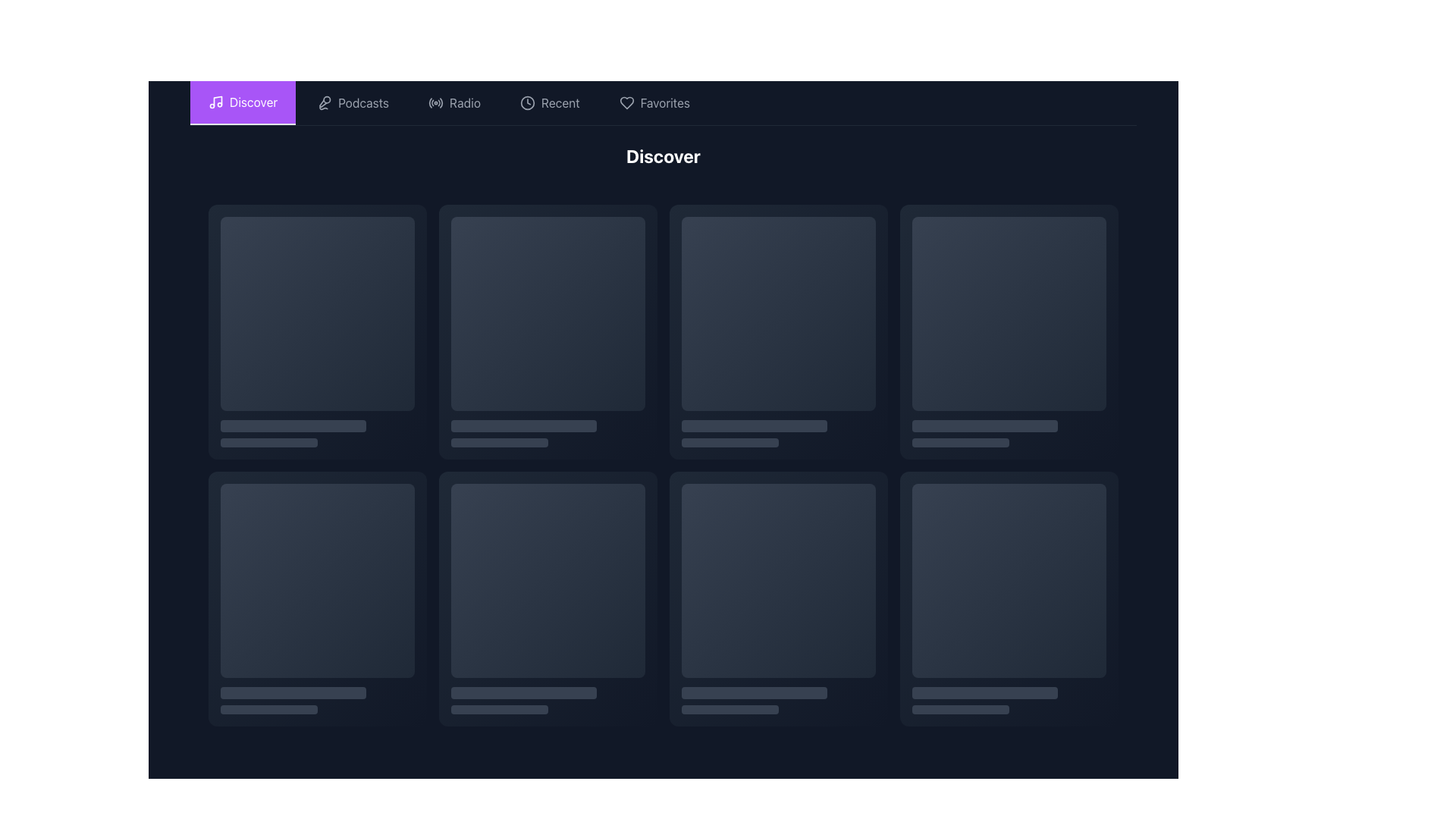 The image size is (1456, 819). I want to click on the navigational content selection card located in the first row and fourth column of the grid, so click(1009, 331).